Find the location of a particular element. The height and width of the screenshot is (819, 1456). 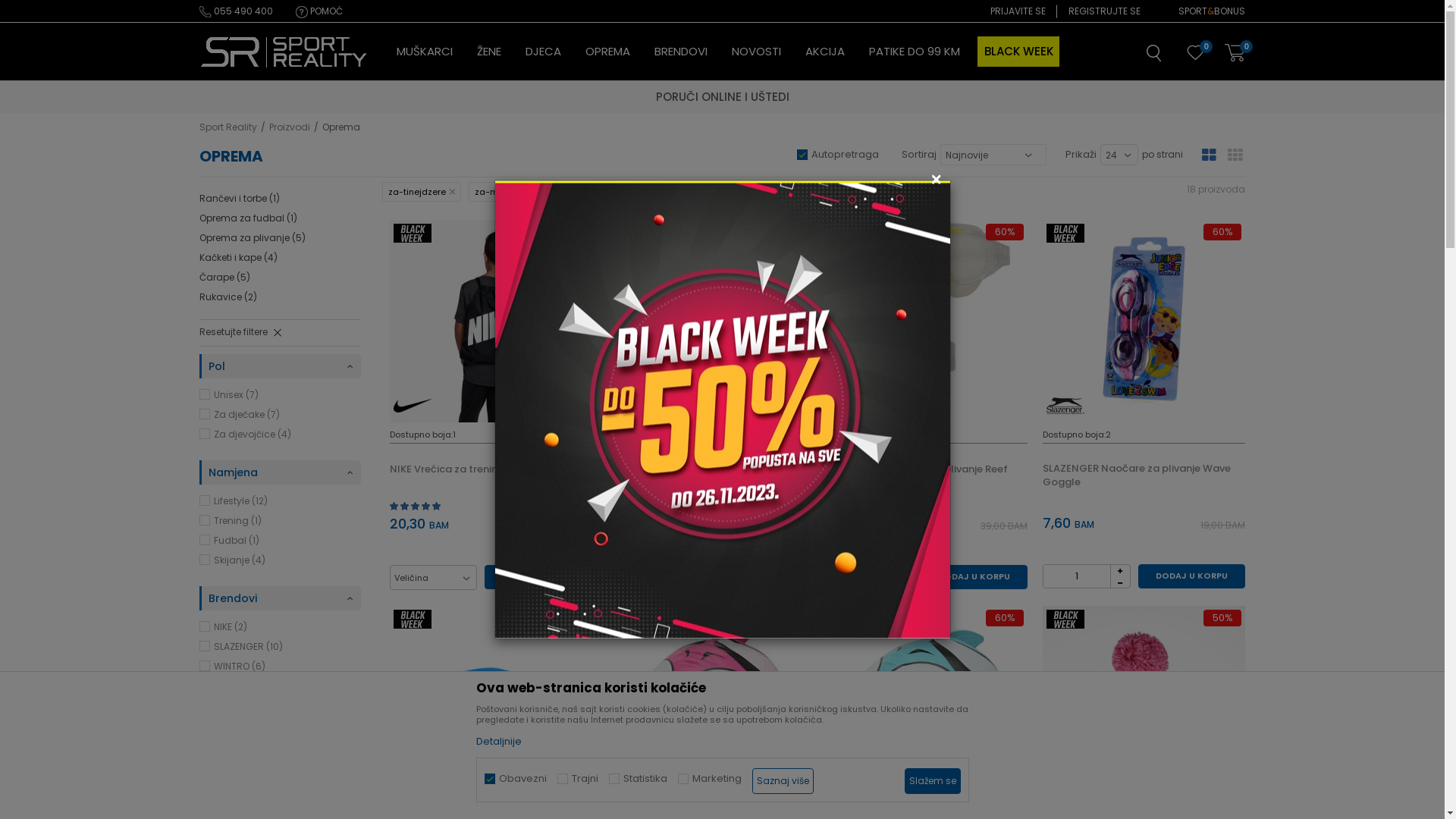

'PRIJAVITE SE' is located at coordinates (1018, 11).